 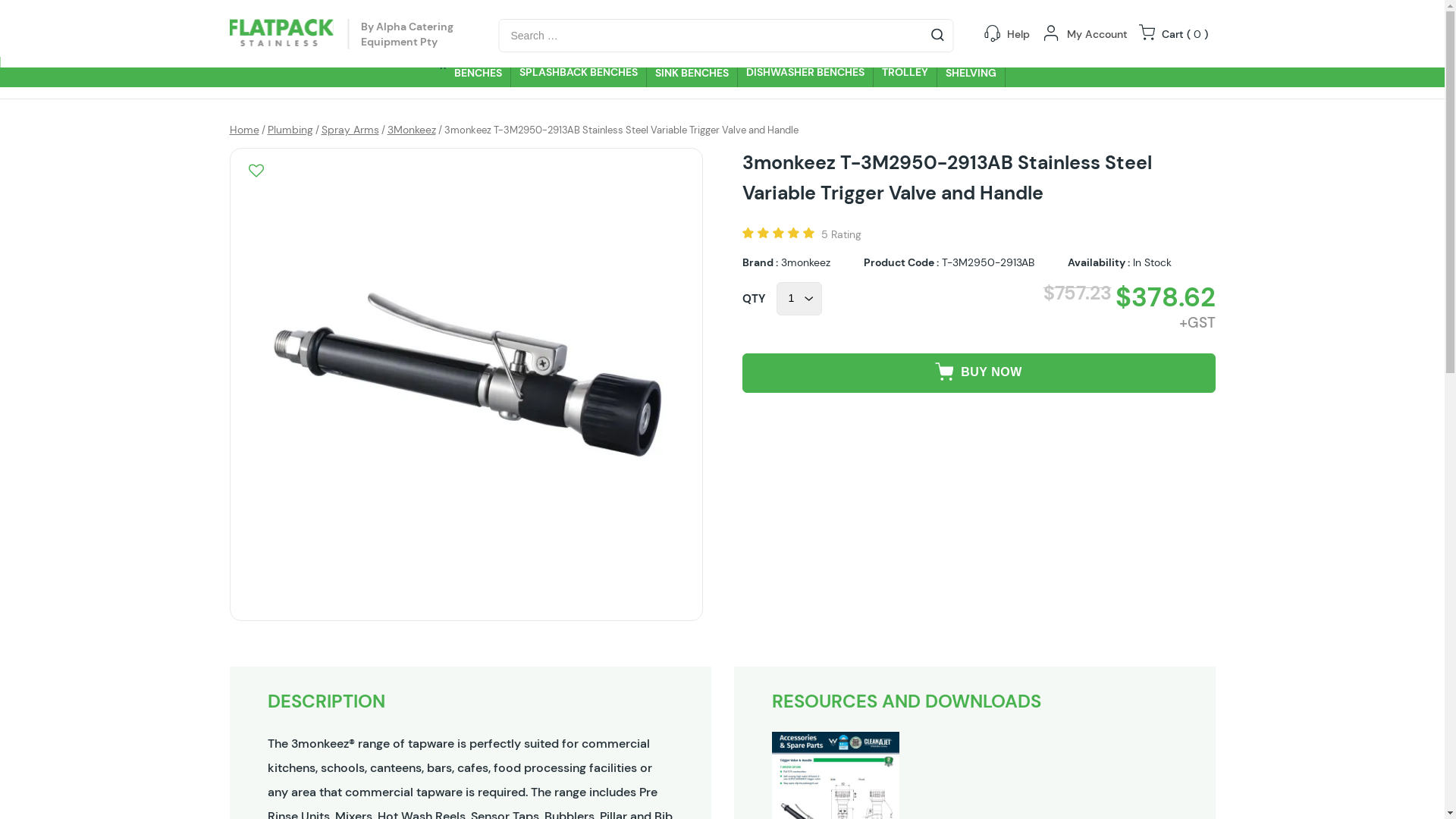 What do you see at coordinates (905, 72) in the screenshot?
I see `'TROLLEY'` at bounding box center [905, 72].